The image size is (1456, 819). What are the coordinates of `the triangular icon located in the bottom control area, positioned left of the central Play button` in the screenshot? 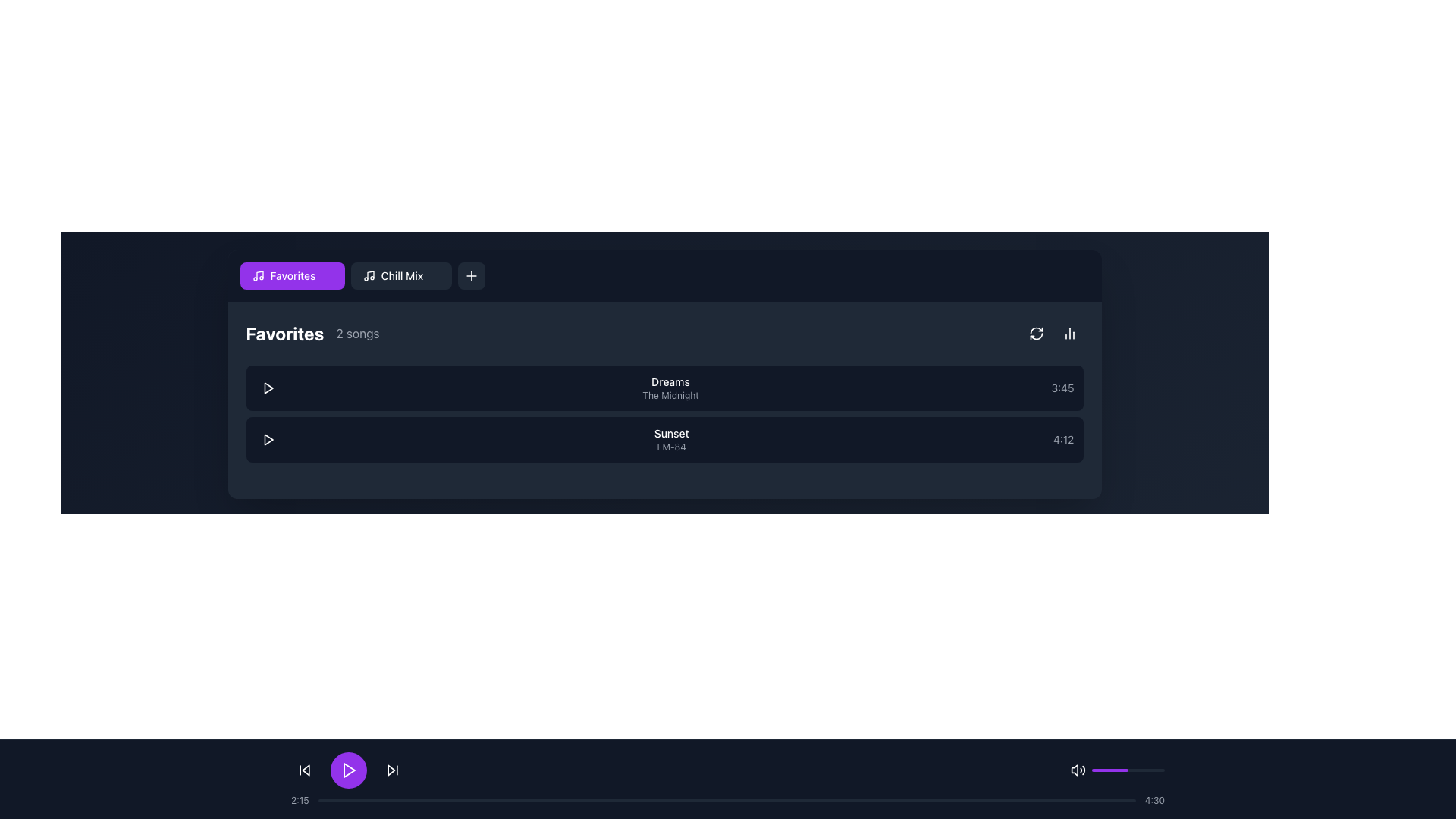 It's located at (305, 770).